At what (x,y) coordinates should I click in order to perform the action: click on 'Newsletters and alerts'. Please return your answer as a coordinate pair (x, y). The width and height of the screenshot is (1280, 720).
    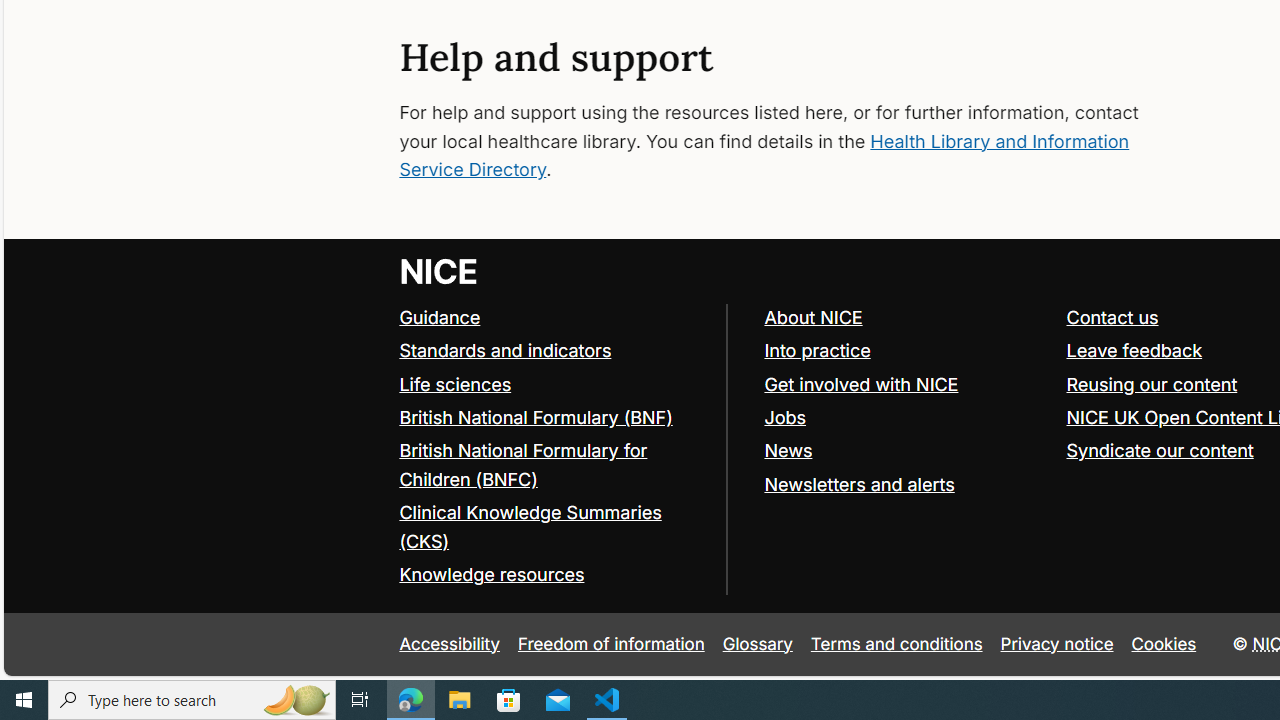
    Looking at the image, I should click on (859, 484).